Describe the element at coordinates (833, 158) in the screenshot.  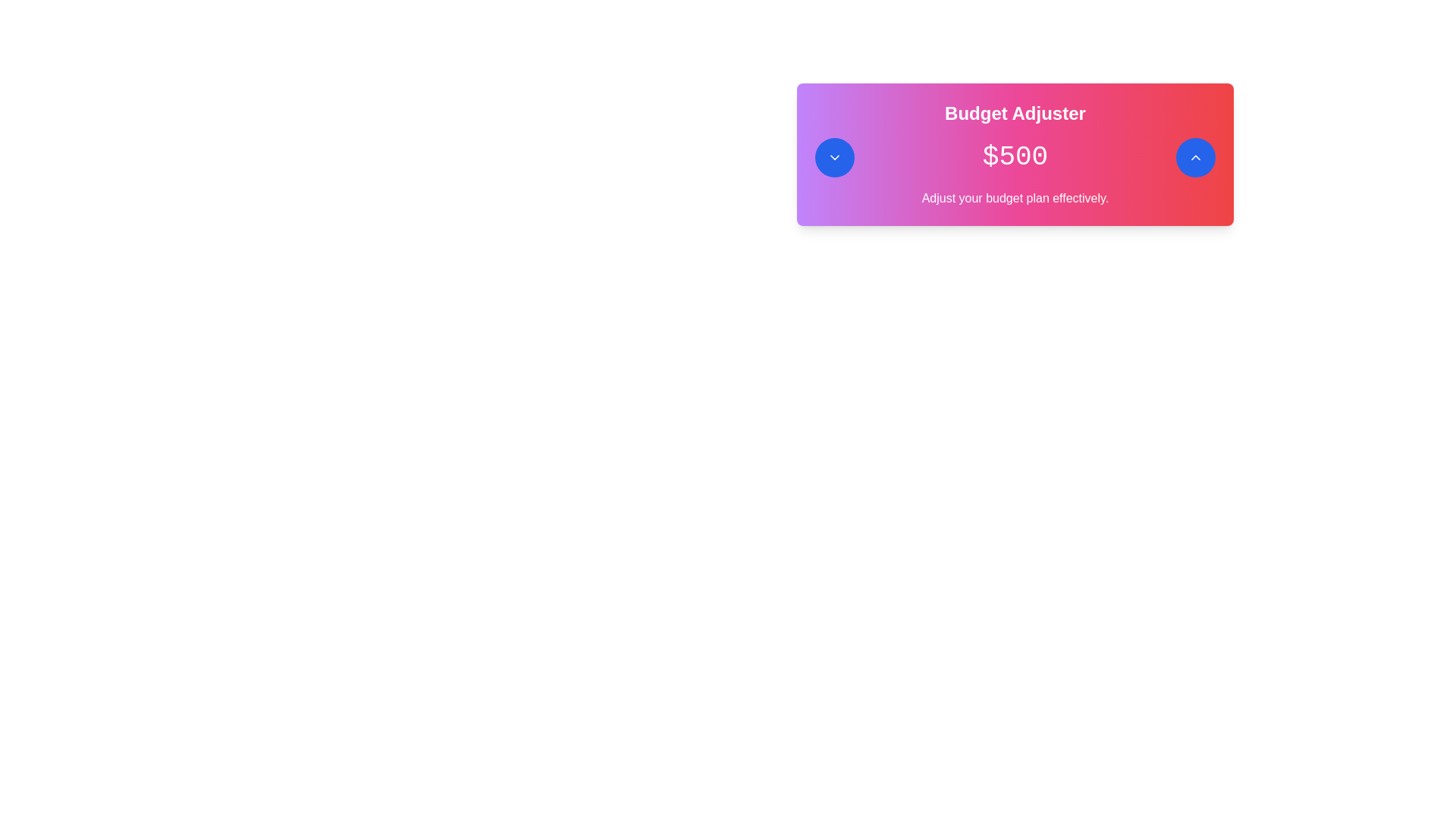
I see `the button that decreases the monetary value displayed as '$500', located to the left of the value and aligned with other blue circular components` at that location.